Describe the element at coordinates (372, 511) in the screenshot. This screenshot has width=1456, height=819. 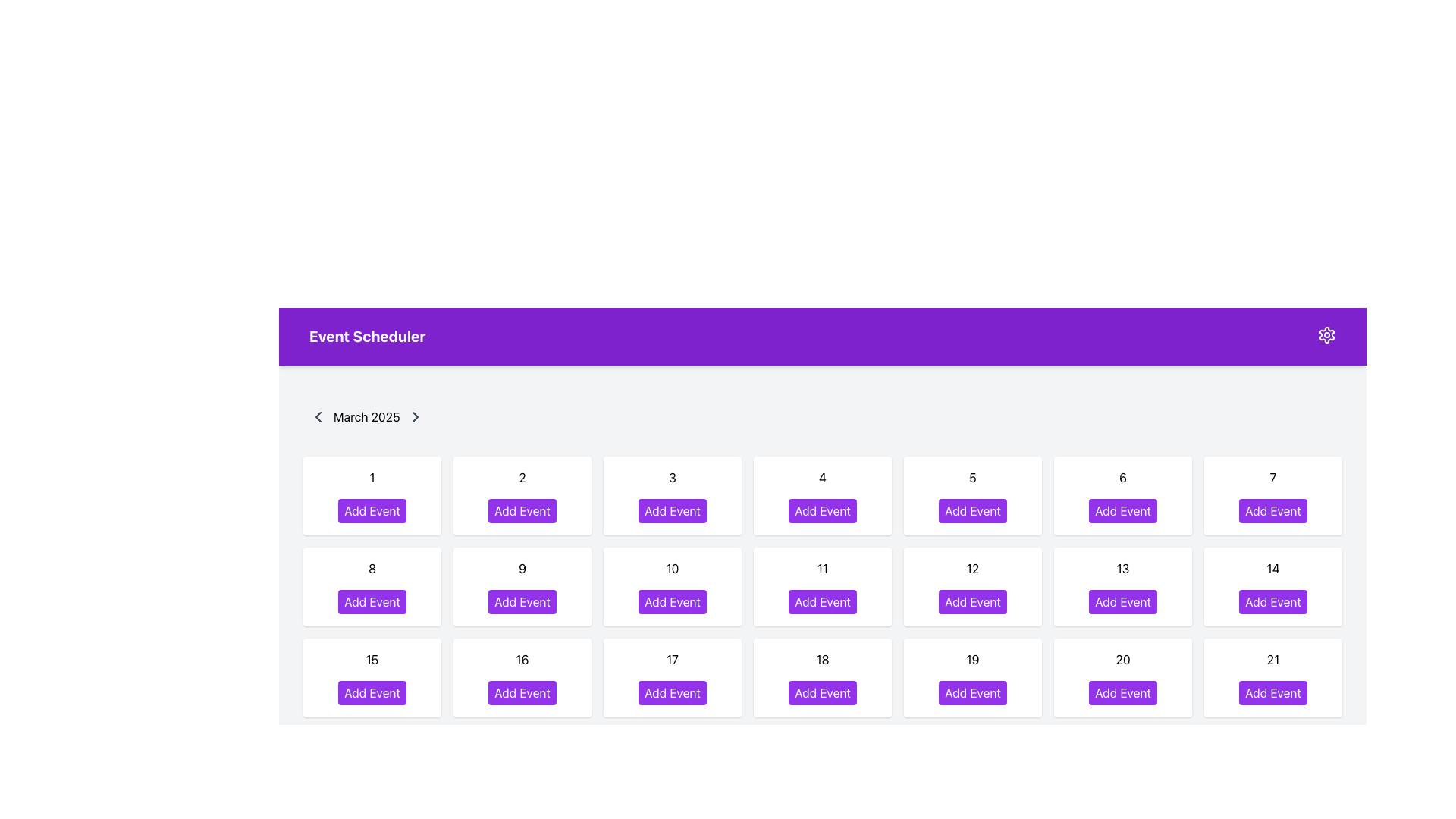
I see `the button located` at that location.